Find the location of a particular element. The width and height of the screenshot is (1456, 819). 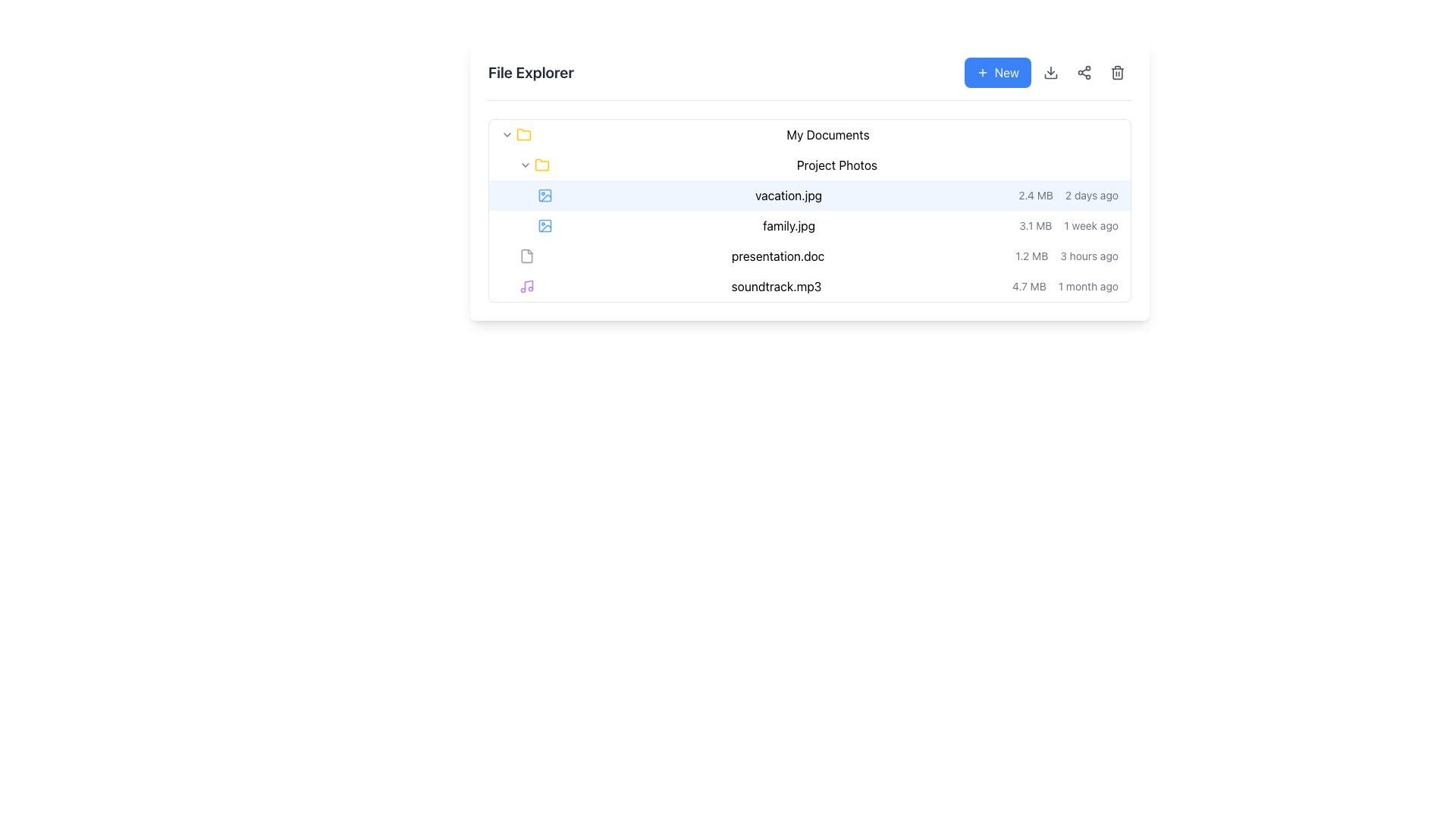

the row representing the file 'family.jpg' in the 'Project Photos' section of the file explorer is located at coordinates (809, 225).